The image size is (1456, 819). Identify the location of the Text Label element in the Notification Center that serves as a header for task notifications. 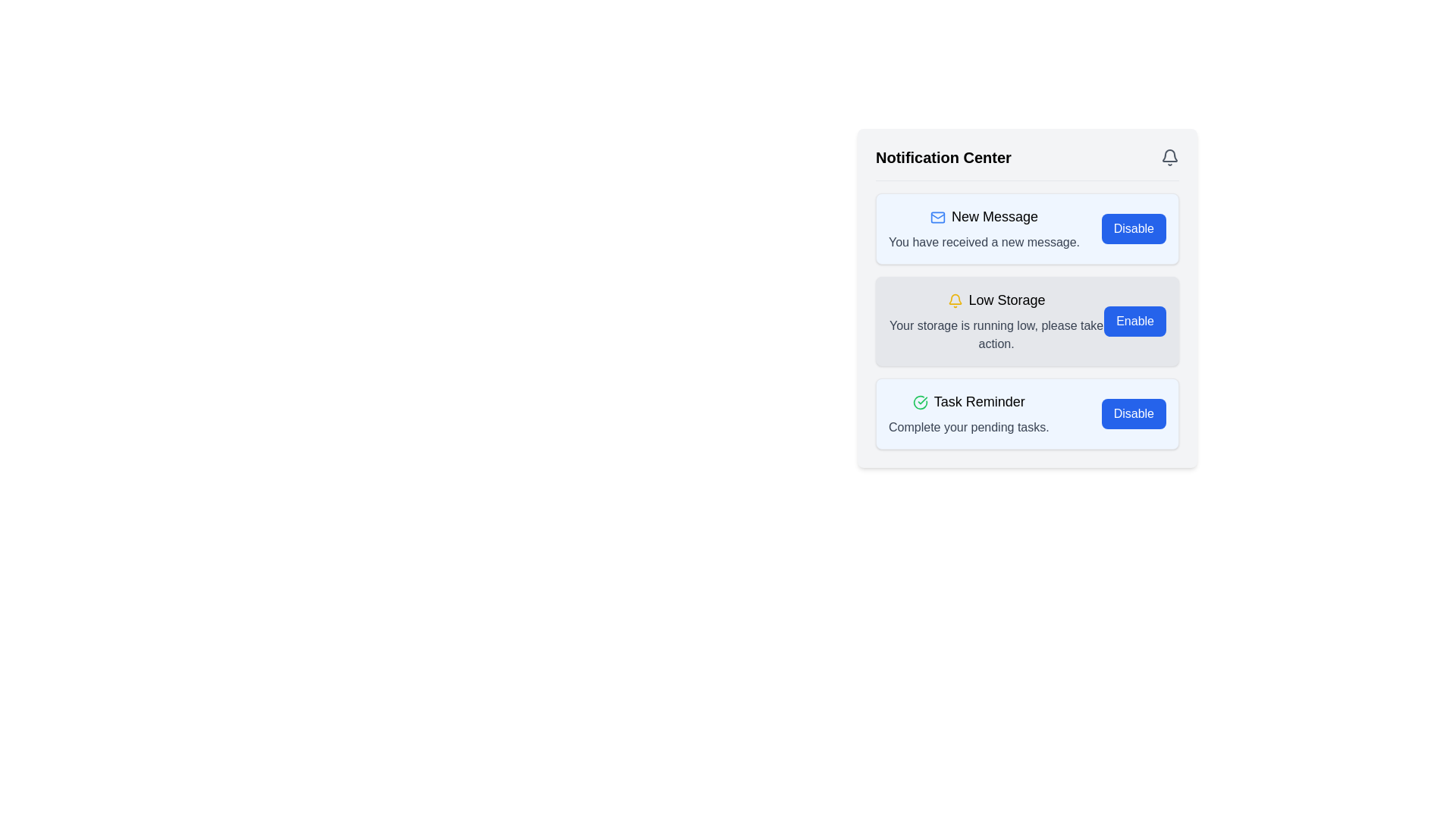
(968, 400).